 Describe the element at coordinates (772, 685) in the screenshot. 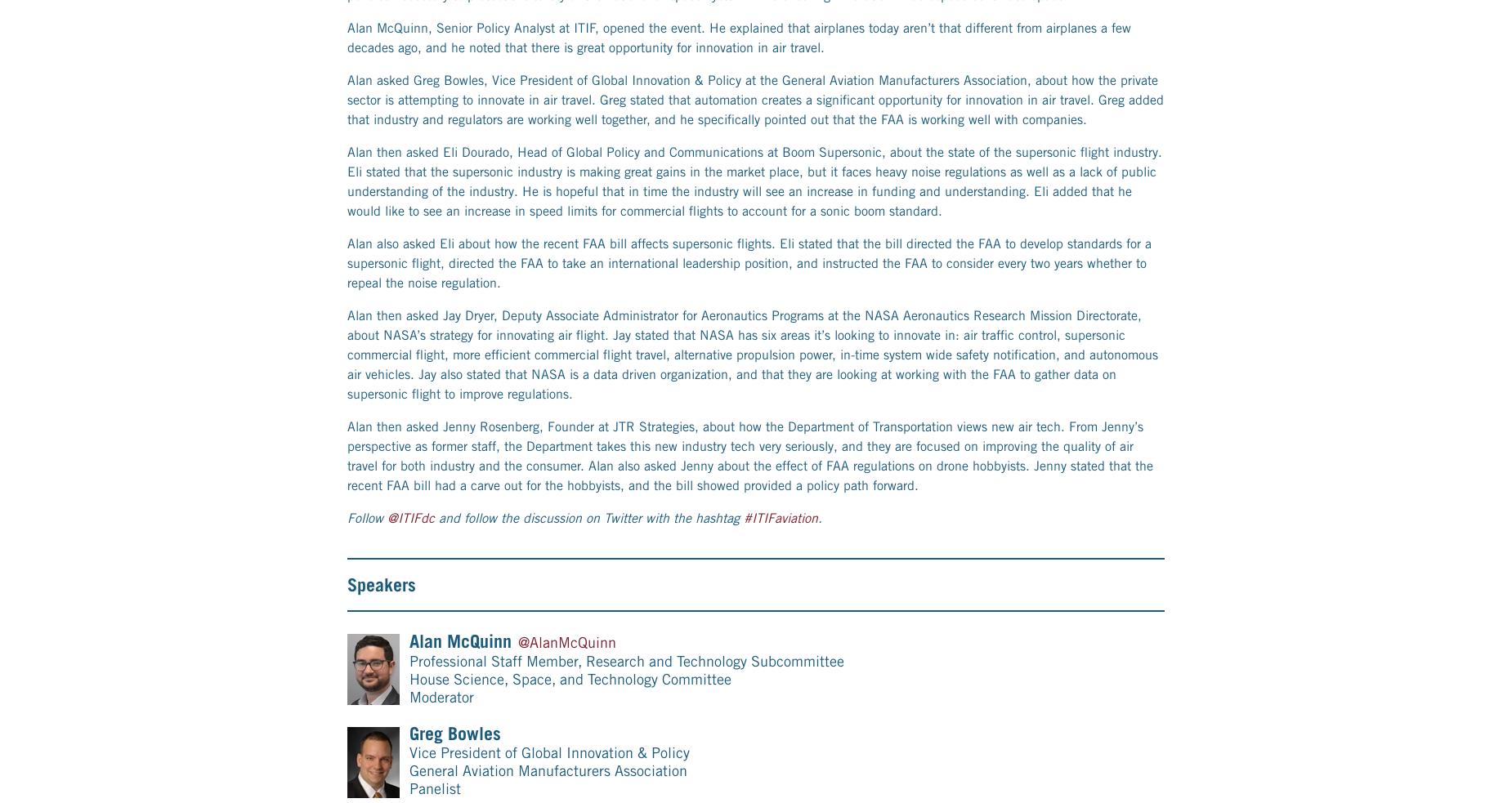

I see `'Global Trade and'` at that location.